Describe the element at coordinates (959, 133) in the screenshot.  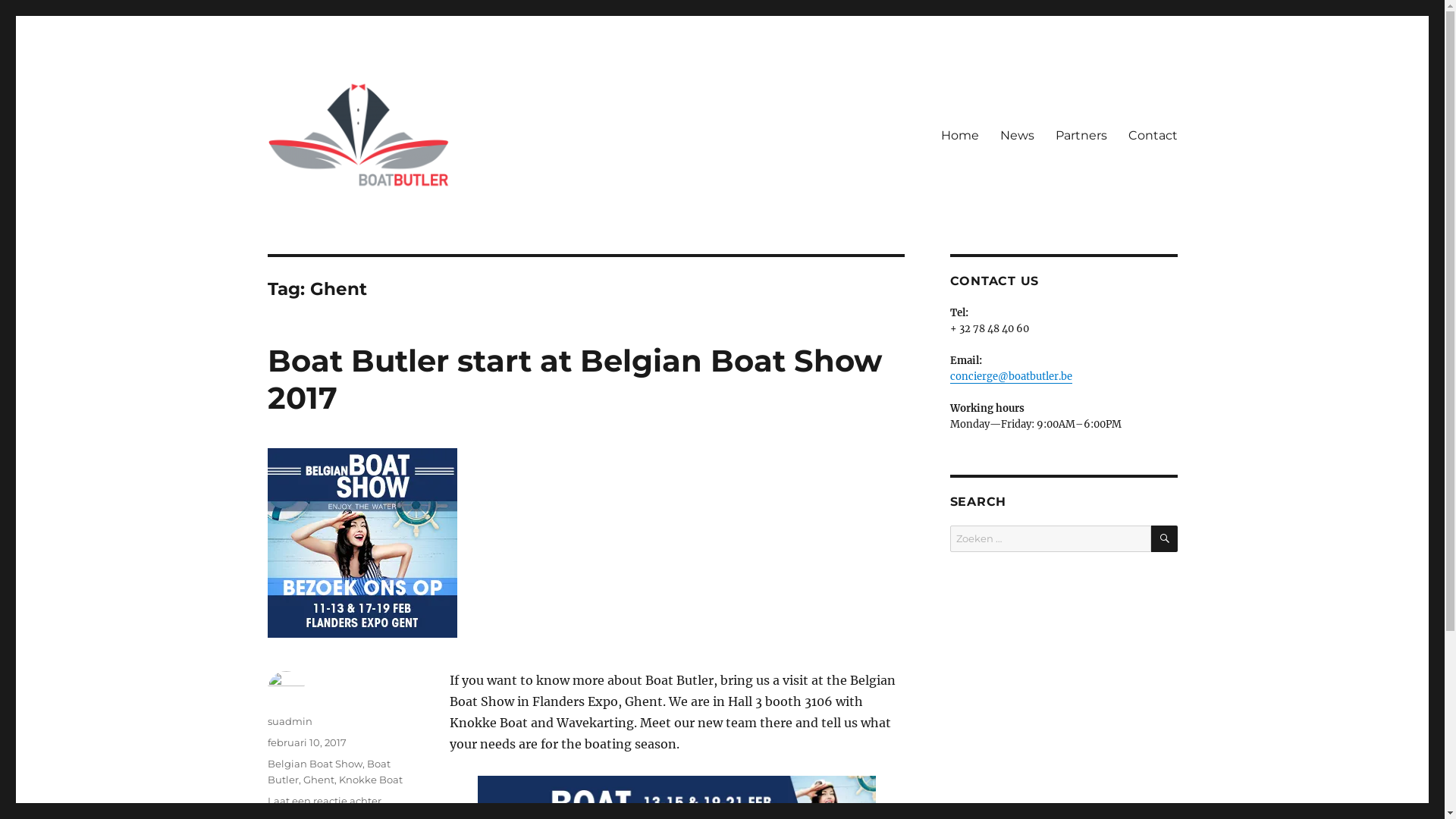
I see `'Home'` at that location.